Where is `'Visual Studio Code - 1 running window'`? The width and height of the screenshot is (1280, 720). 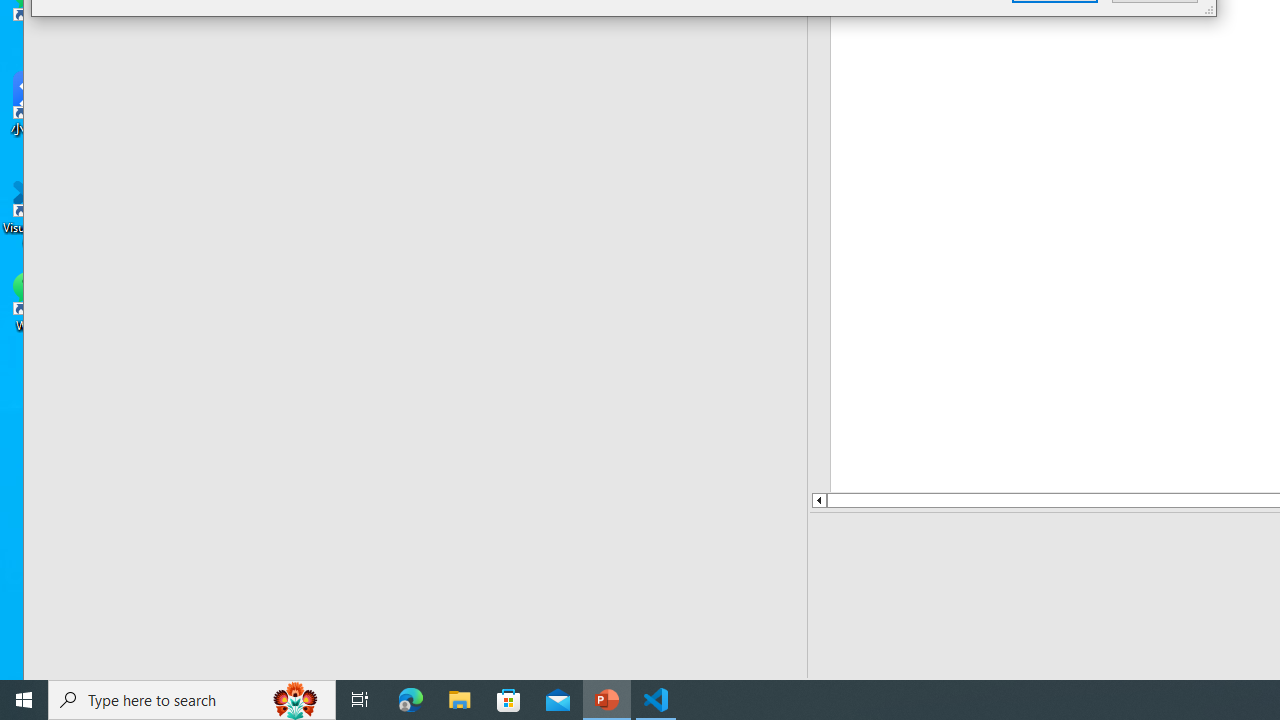
'Visual Studio Code - 1 running window' is located at coordinates (656, 698).